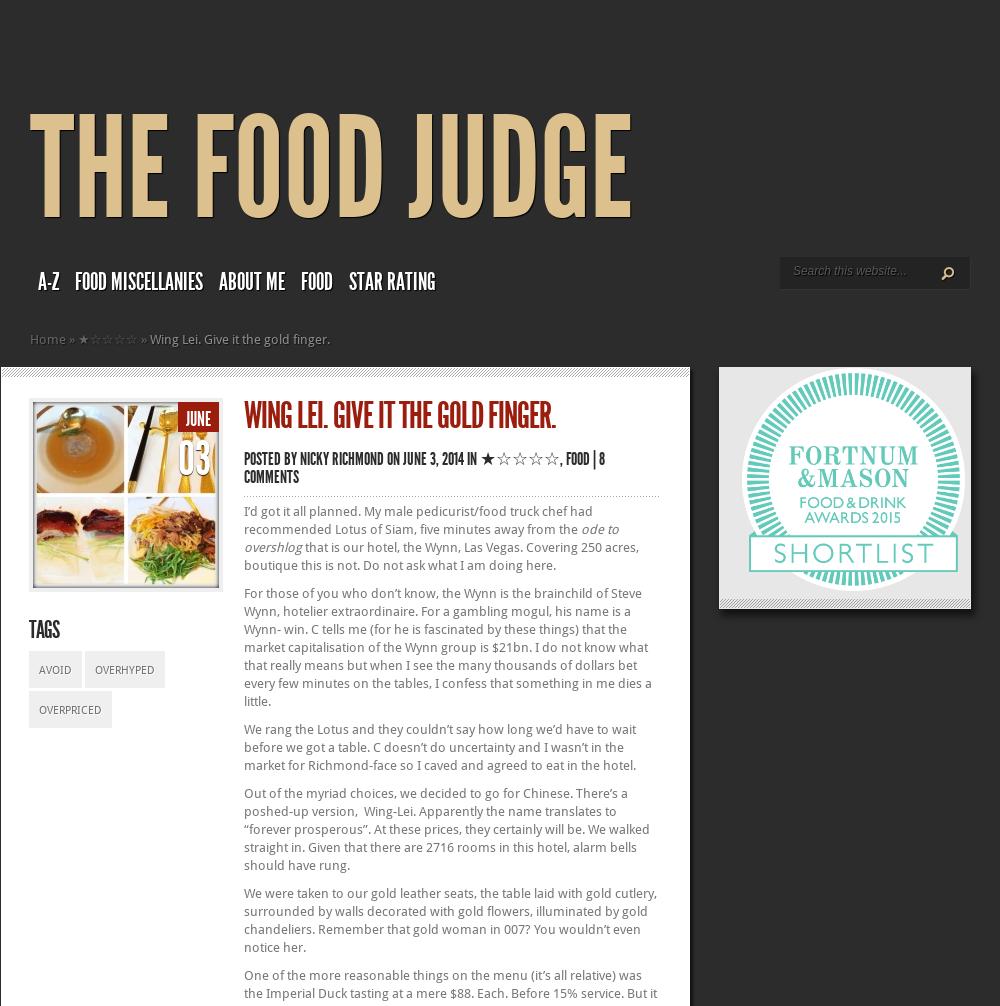  What do you see at coordinates (577, 458) in the screenshot?
I see `'food'` at bounding box center [577, 458].